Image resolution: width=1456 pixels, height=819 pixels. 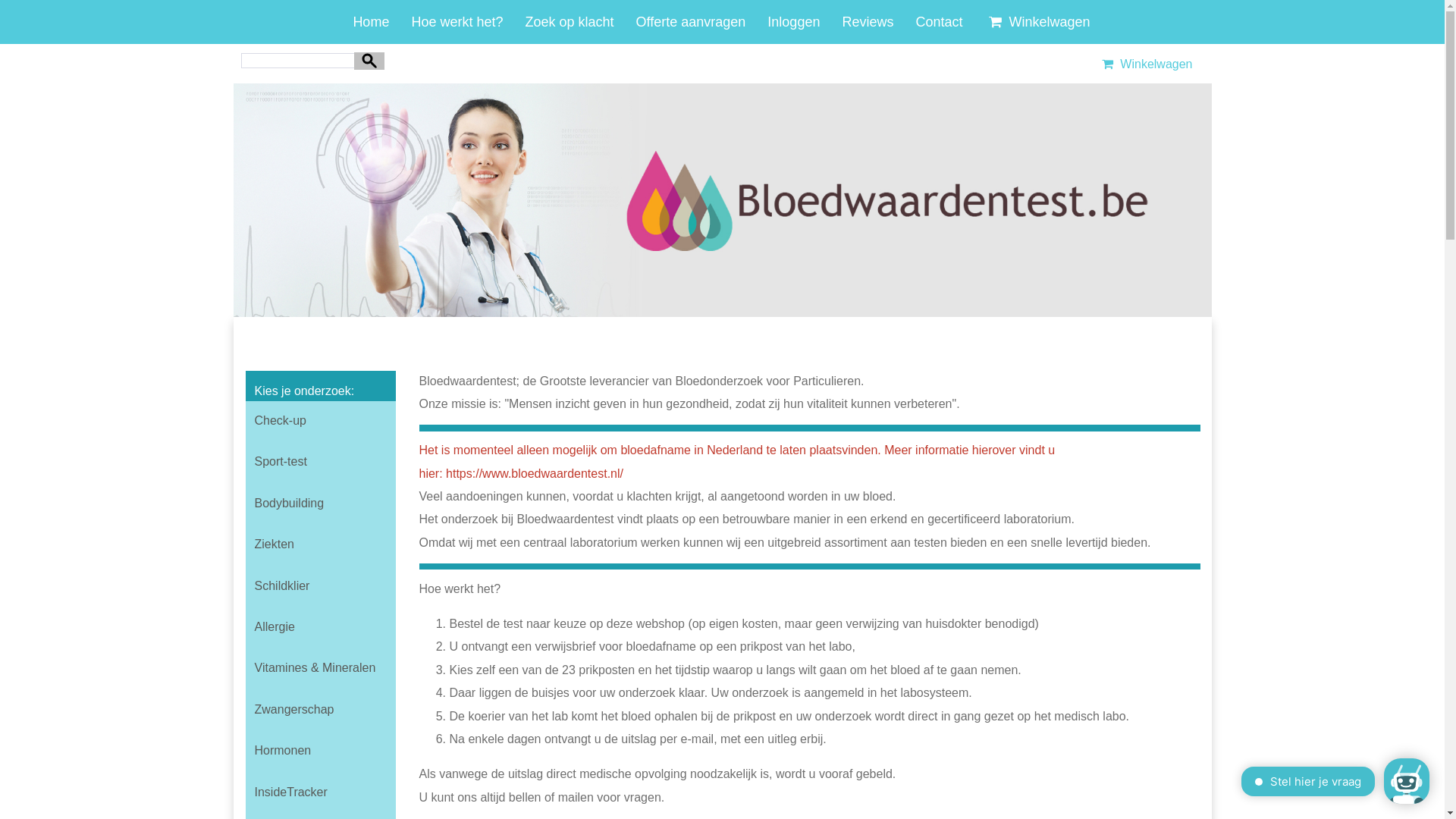 What do you see at coordinates (319, 461) in the screenshot?
I see `'Sport-test'` at bounding box center [319, 461].